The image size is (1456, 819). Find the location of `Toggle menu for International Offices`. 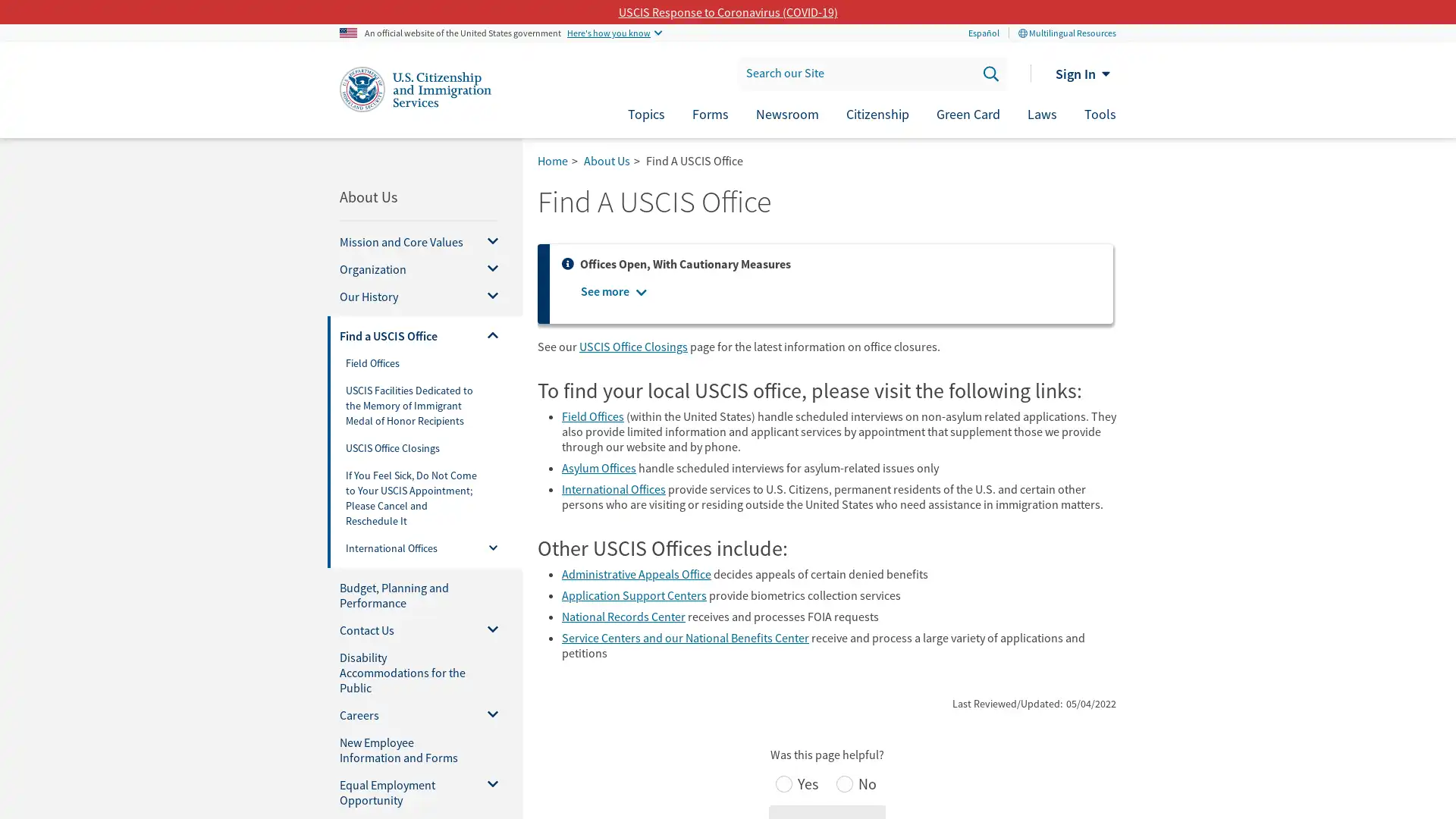

Toggle menu for International Offices is located at coordinates (486, 550).